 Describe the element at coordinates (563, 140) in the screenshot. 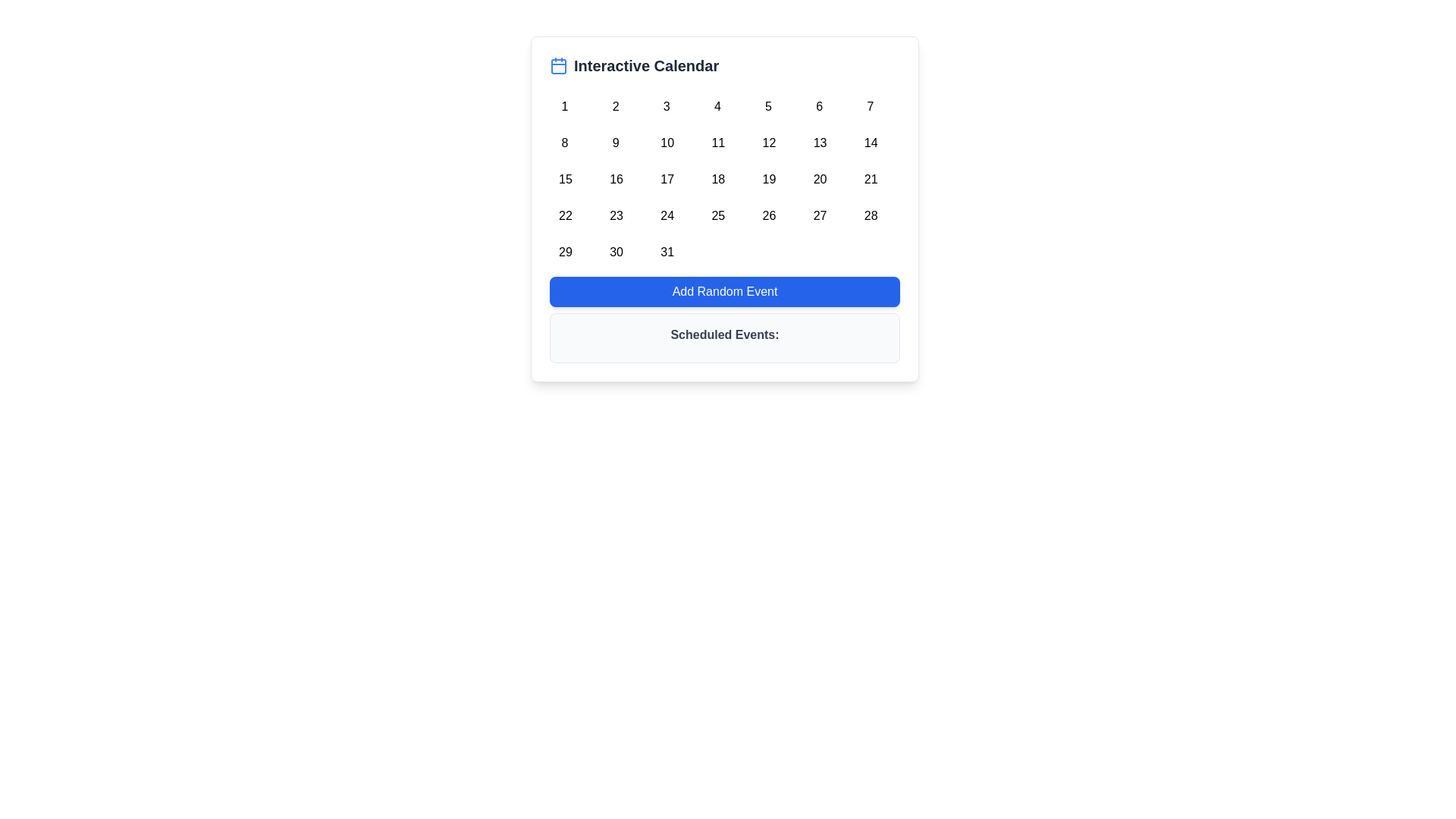

I see `the button representing the eighth day of the month in the calendar interface` at that location.